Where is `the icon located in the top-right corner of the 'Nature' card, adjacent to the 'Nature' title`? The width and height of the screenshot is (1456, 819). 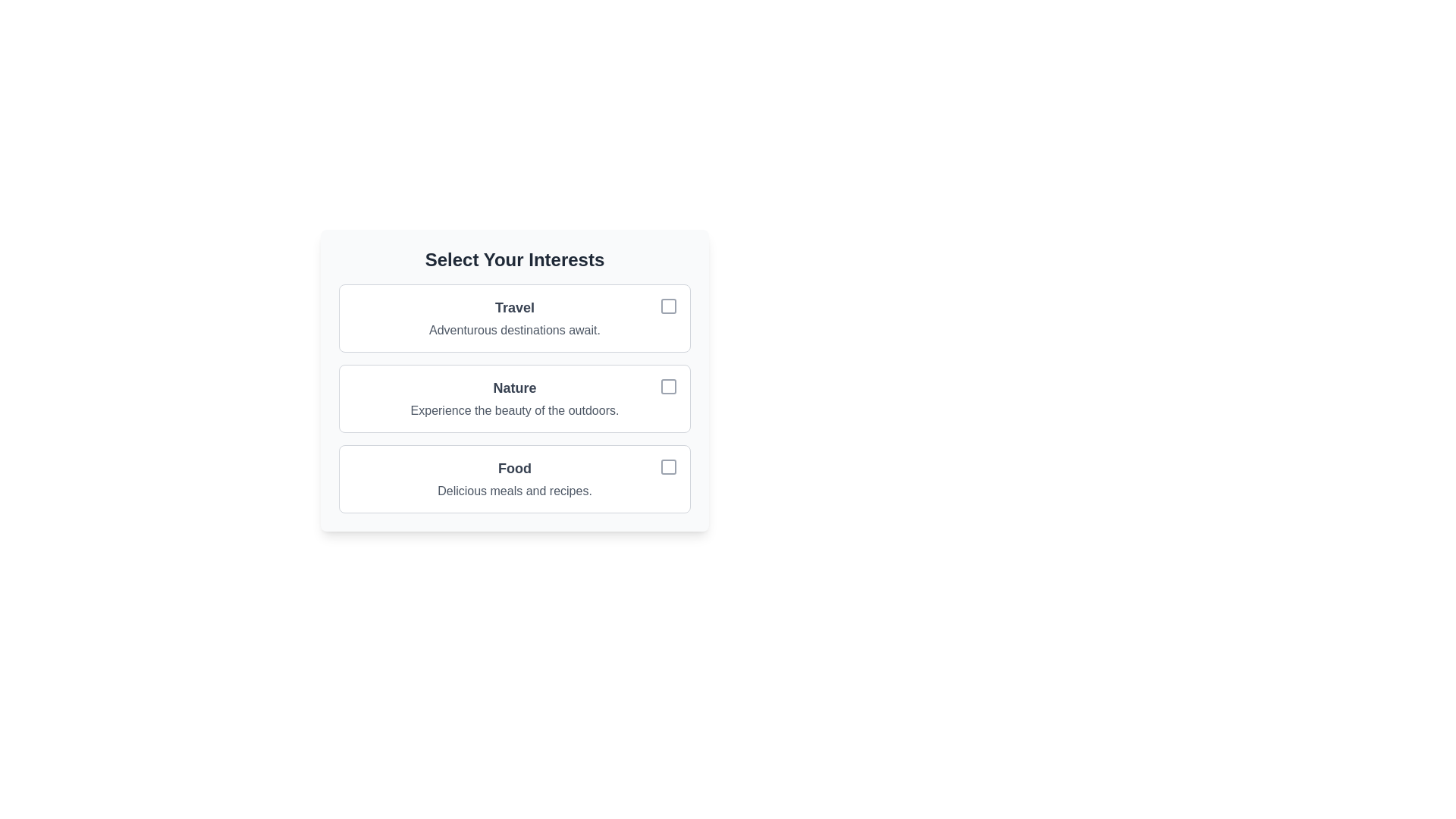
the icon located in the top-right corner of the 'Nature' card, adjacent to the 'Nature' title is located at coordinates (668, 385).